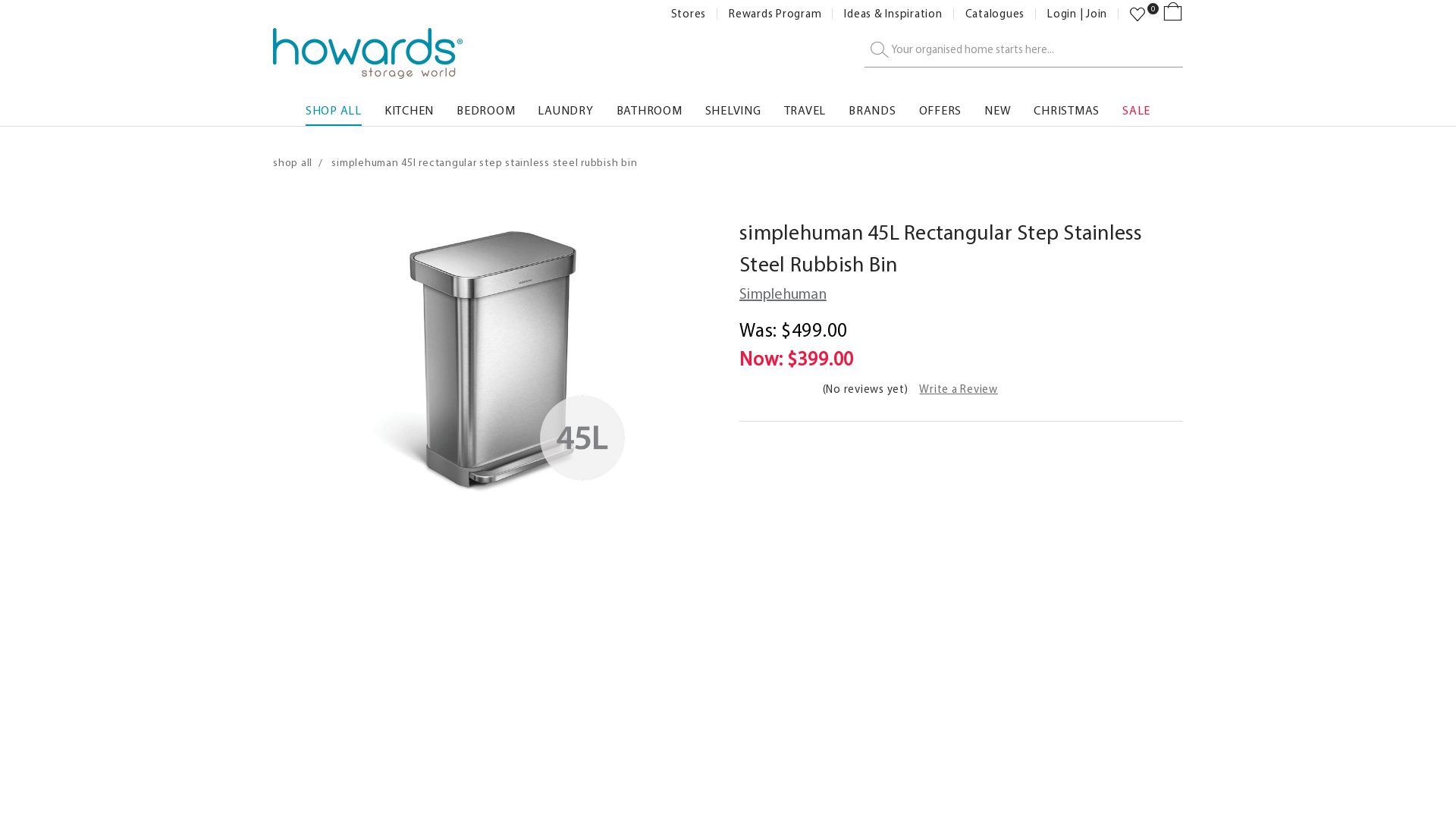 This screenshot has height=819, width=1456. I want to click on 'SHELVING', so click(733, 106).